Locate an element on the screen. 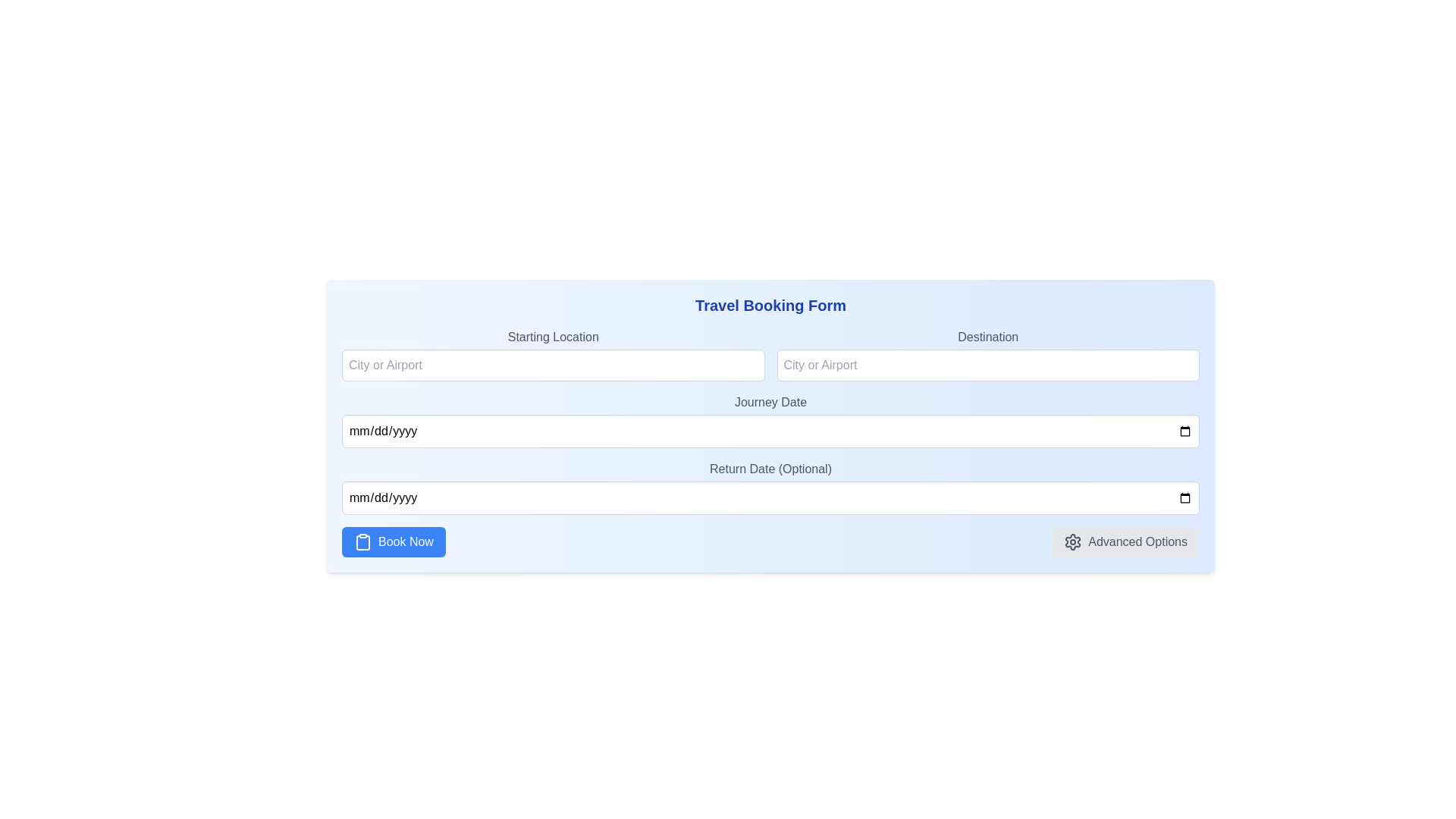  the date input field styled as a date picker, positioned below the 'Return Date (Optional)' label, using the keyboard is located at coordinates (770, 497).